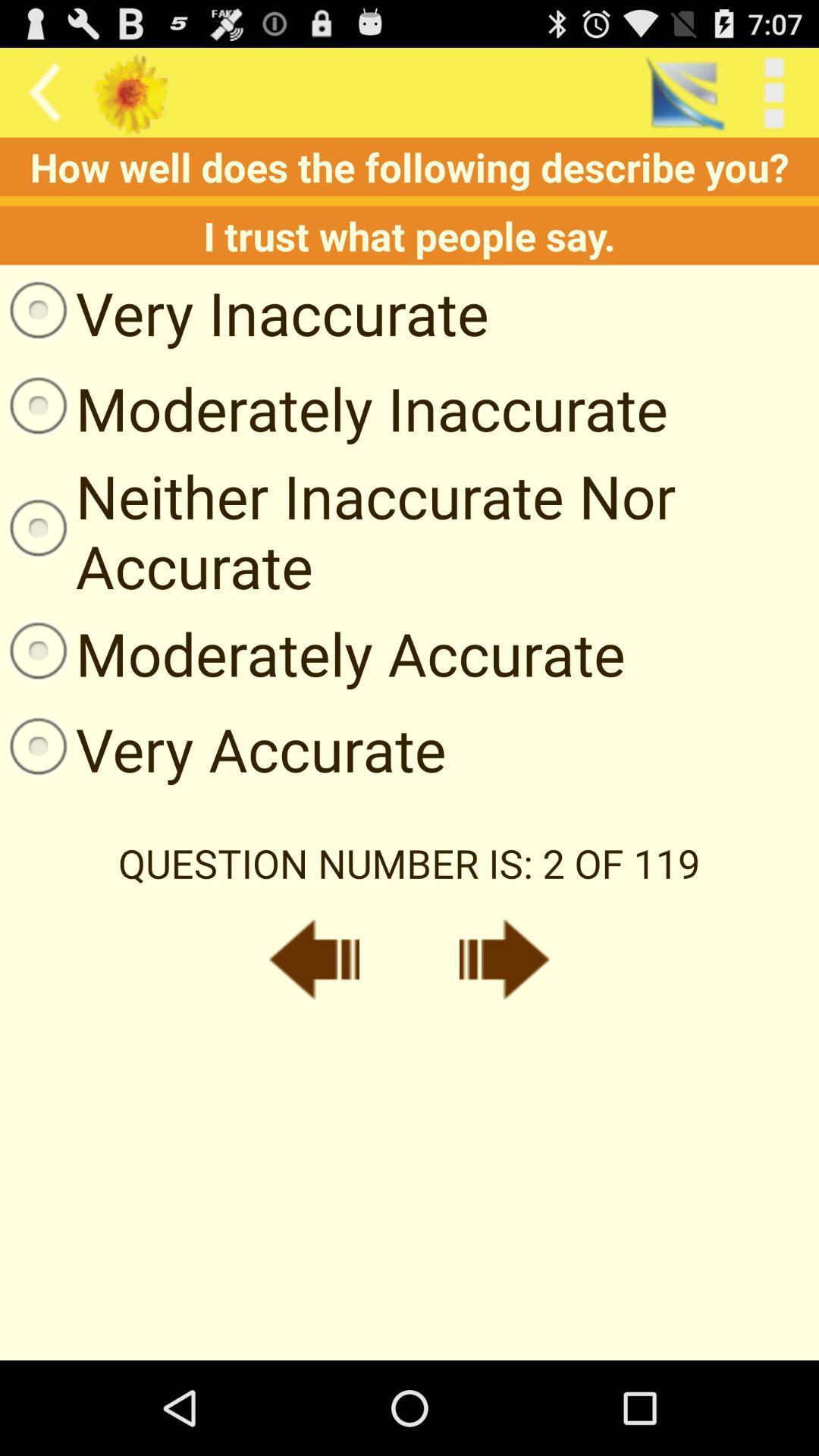 The height and width of the screenshot is (1456, 819). What do you see at coordinates (243, 312) in the screenshot?
I see `item below the i trust what` at bounding box center [243, 312].